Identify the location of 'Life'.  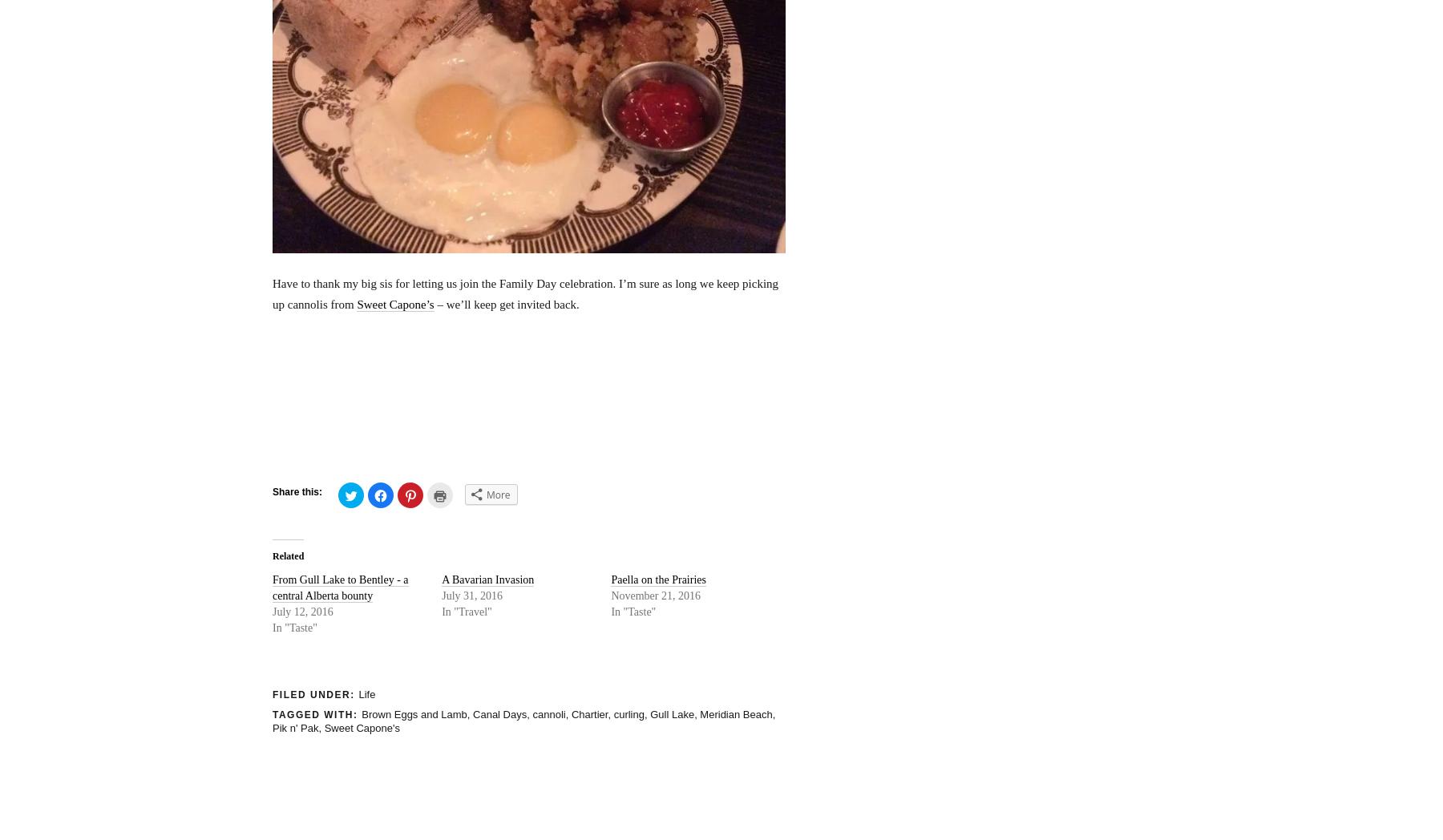
(366, 694).